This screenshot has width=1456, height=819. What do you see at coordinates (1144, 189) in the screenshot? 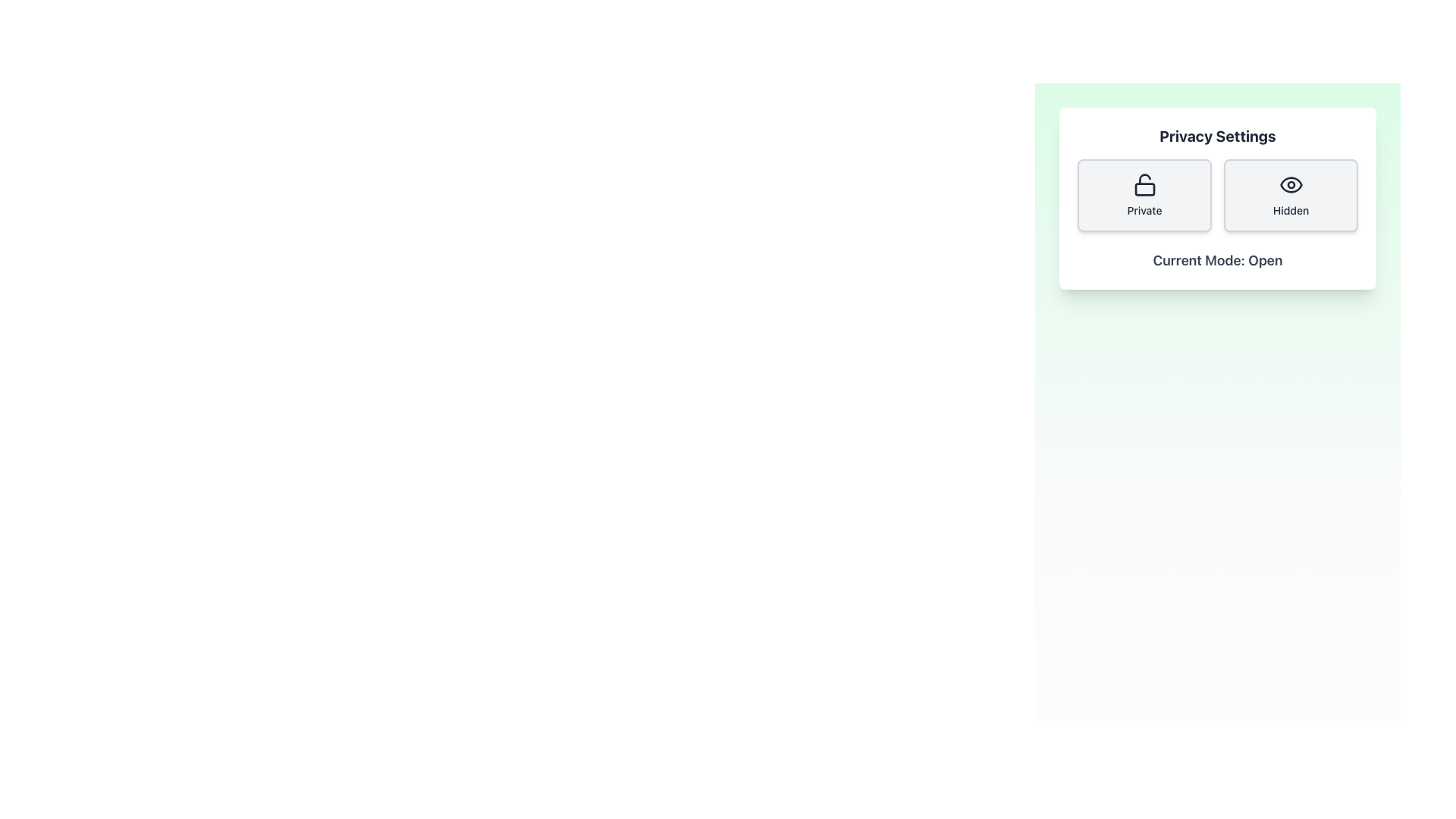
I see `the lock icon representing the 'Private' option in the privacy settings section, located to the left of the 'Hidden' icon` at bounding box center [1144, 189].